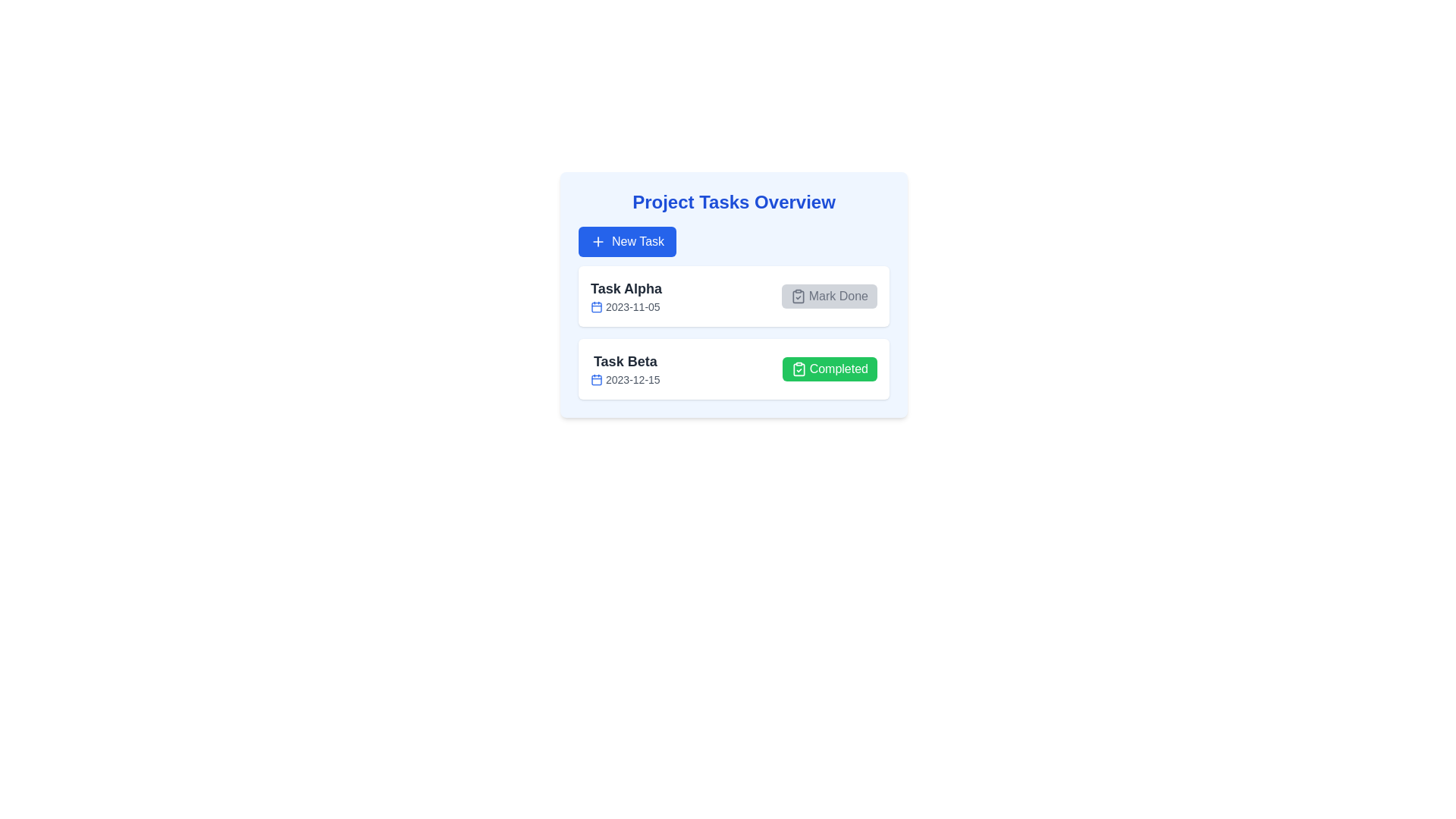 The height and width of the screenshot is (819, 1456). What do you see at coordinates (734, 295) in the screenshot?
I see `the Task overview module, which features a light blue background and contains the title 'Project Tasks Overview' along with a 'New Task' button and task cards` at bounding box center [734, 295].